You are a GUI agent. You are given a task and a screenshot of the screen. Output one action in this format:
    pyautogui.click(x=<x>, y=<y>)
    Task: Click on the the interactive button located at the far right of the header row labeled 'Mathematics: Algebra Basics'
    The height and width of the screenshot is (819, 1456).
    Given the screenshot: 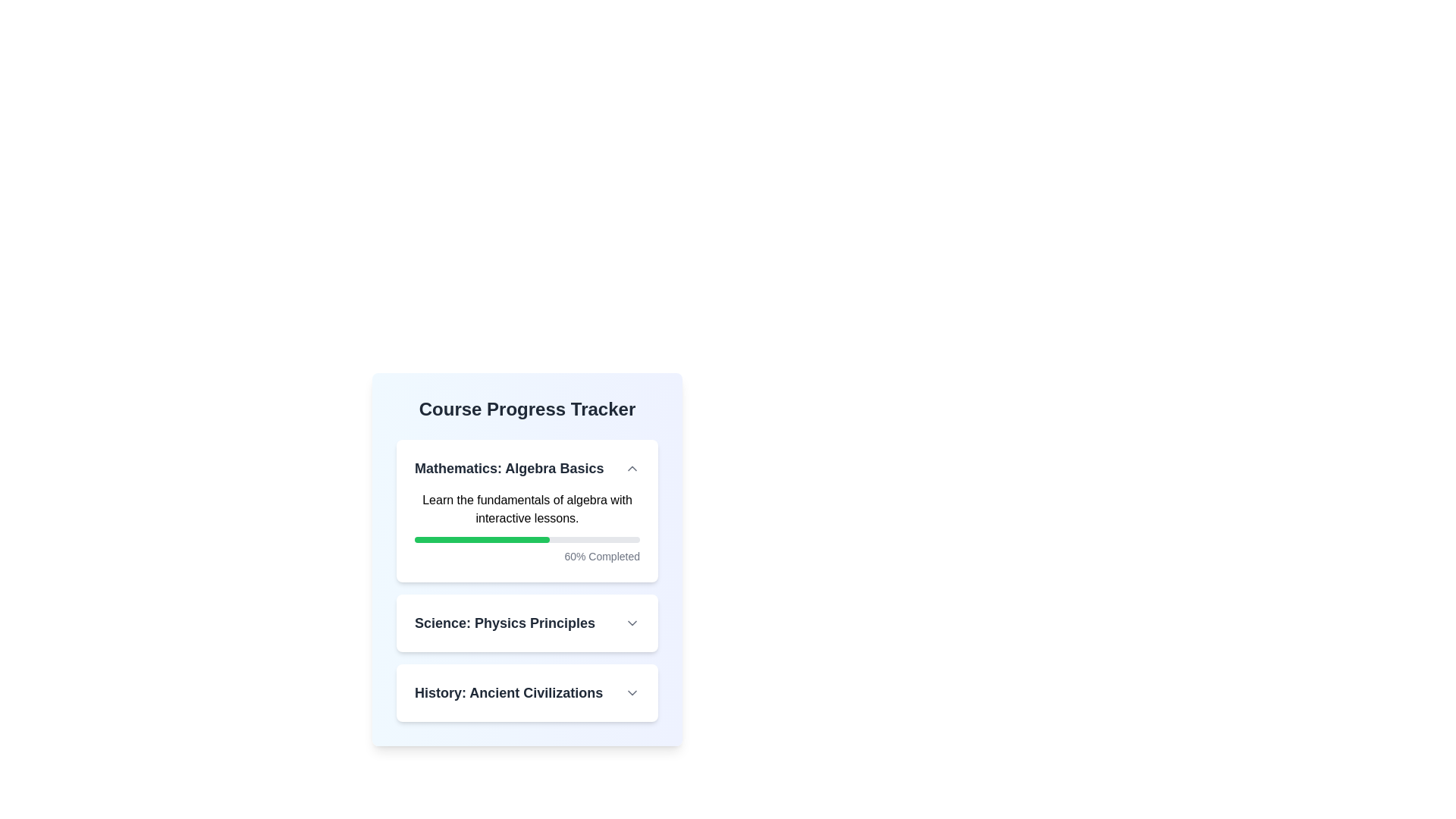 What is the action you would take?
    pyautogui.click(x=632, y=467)
    